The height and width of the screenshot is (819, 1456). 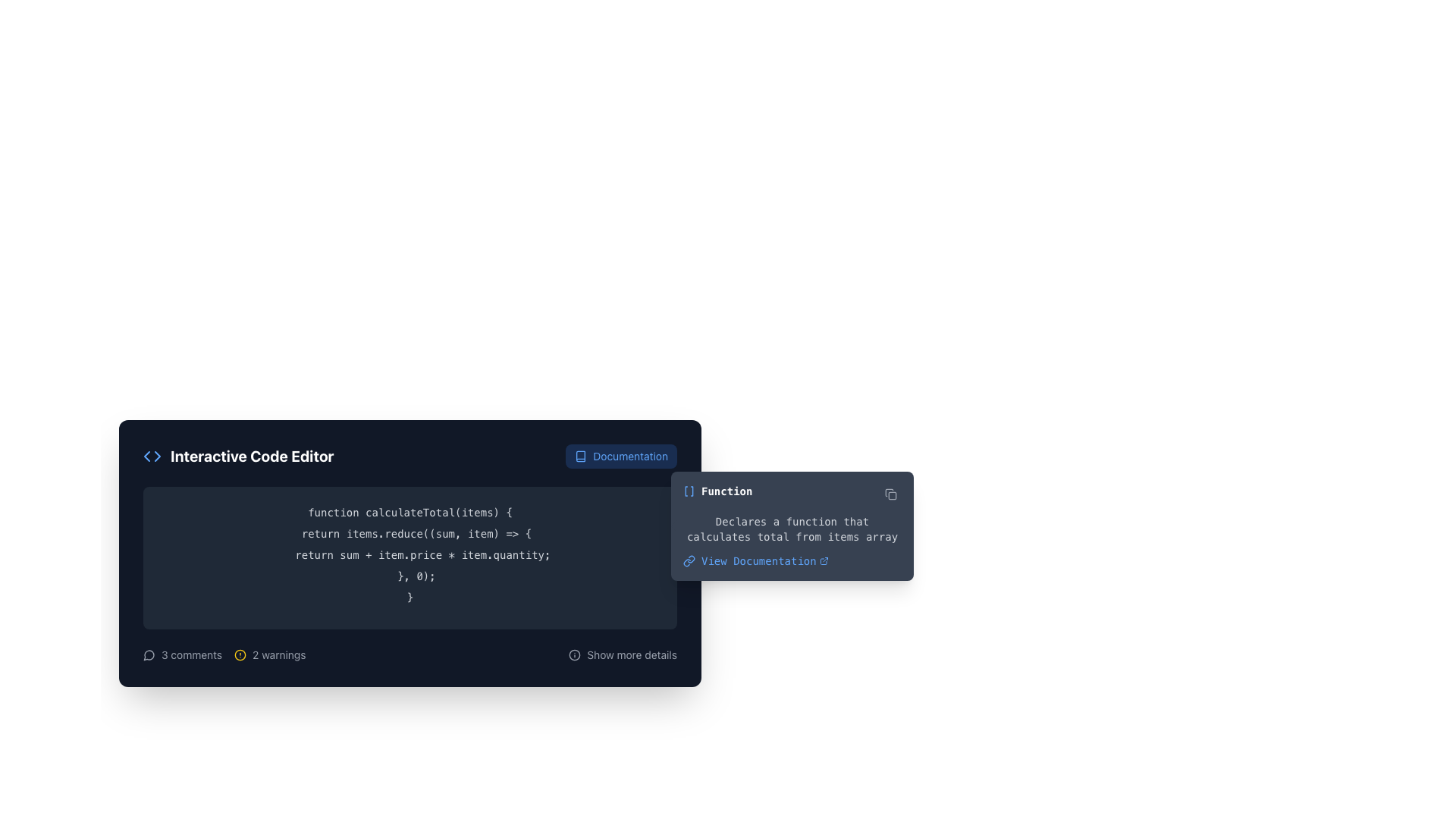 What do you see at coordinates (410, 596) in the screenshot?
I see `closing curly bracket ('}') displayed in a monospaced font style, which is part of a code block and serves as a terminator for a function definition in the code editor area` at bounding box center [410, 596].